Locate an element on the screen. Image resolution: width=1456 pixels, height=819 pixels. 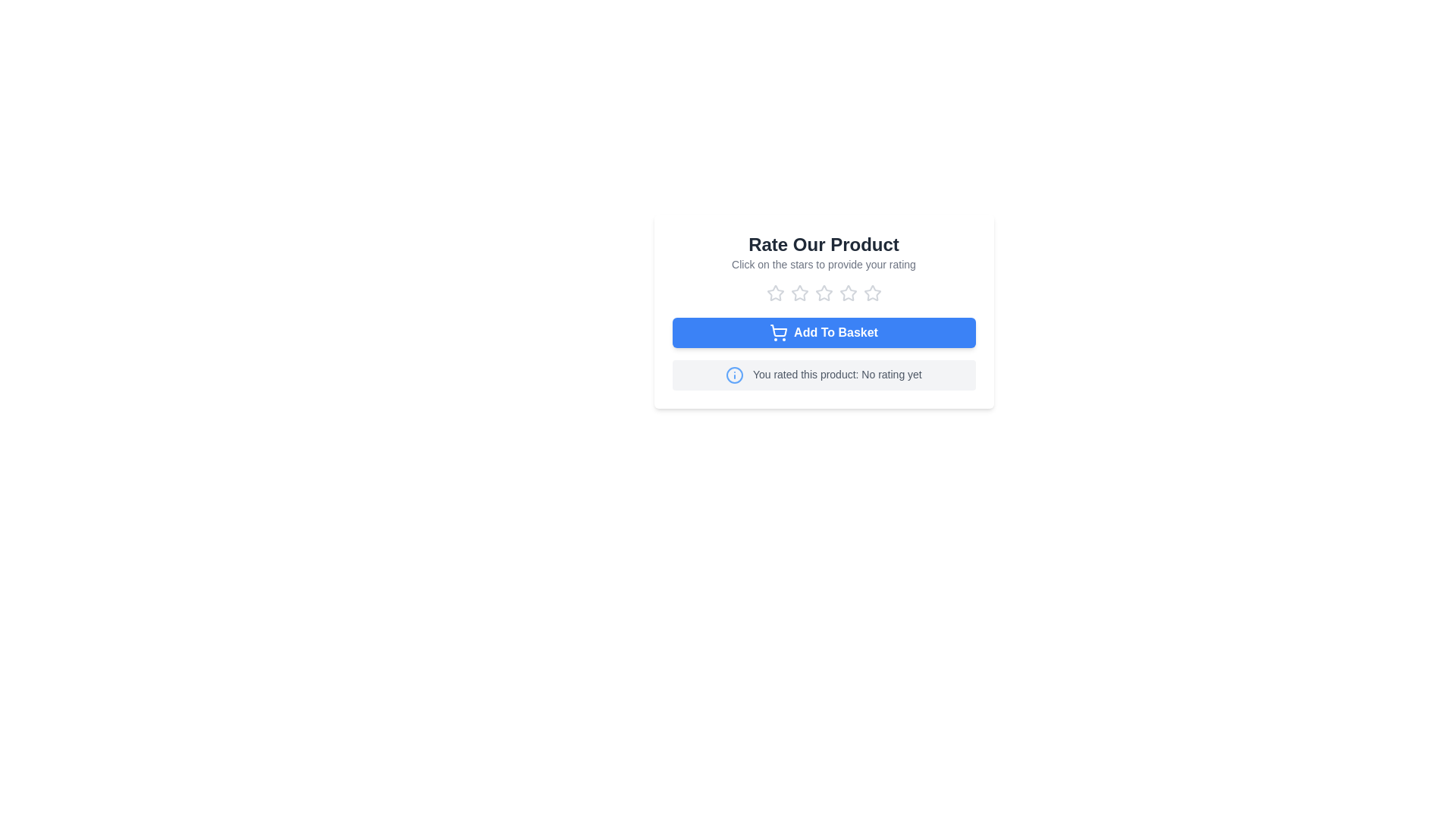
the informational text that says 'Click on the stars to provide your rating', located beneath the title 'Rate Our Product' is located at coordinates (823, 263).